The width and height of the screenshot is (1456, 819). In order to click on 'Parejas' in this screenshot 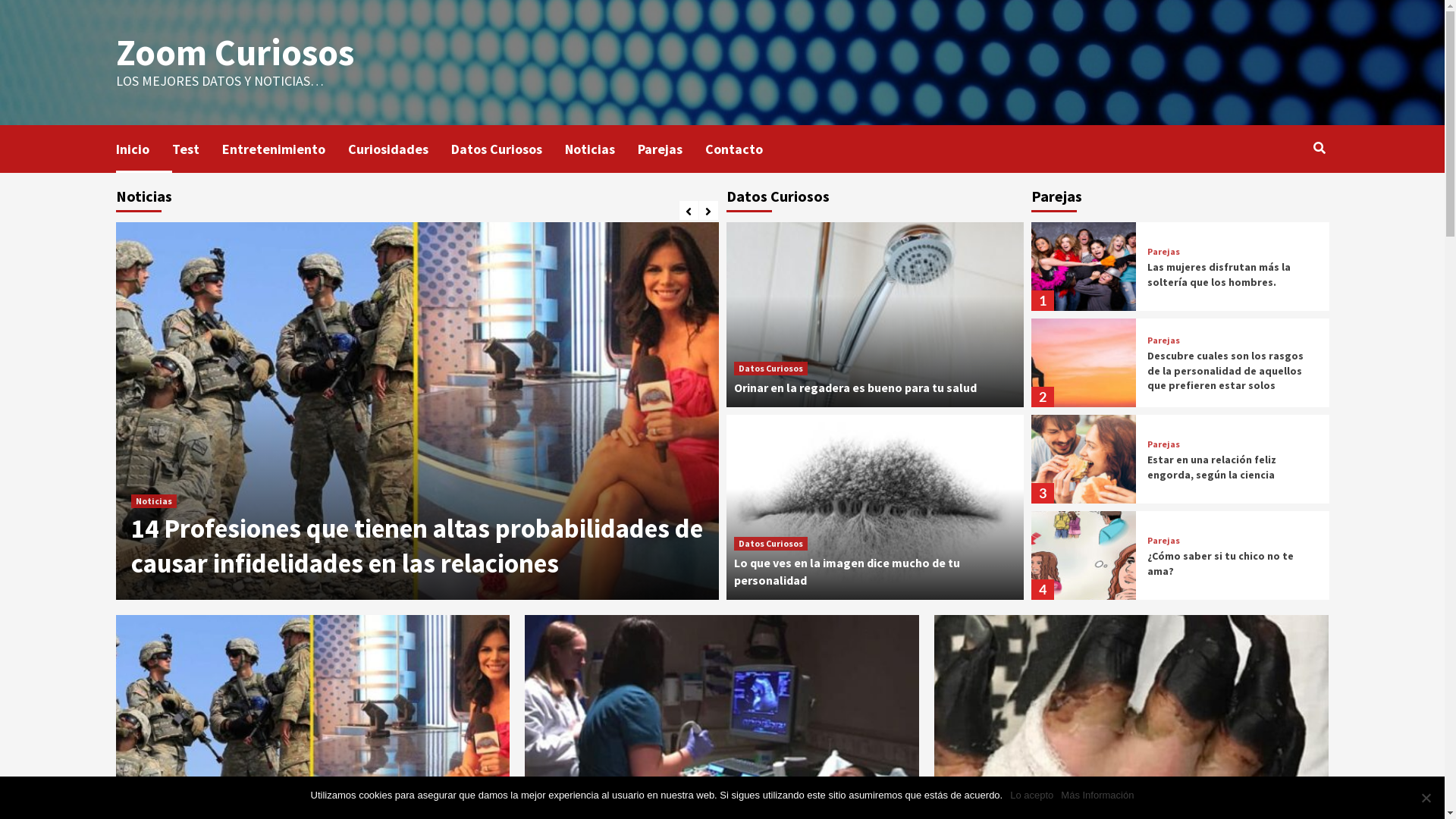, I will do `click(1163, 250)`.